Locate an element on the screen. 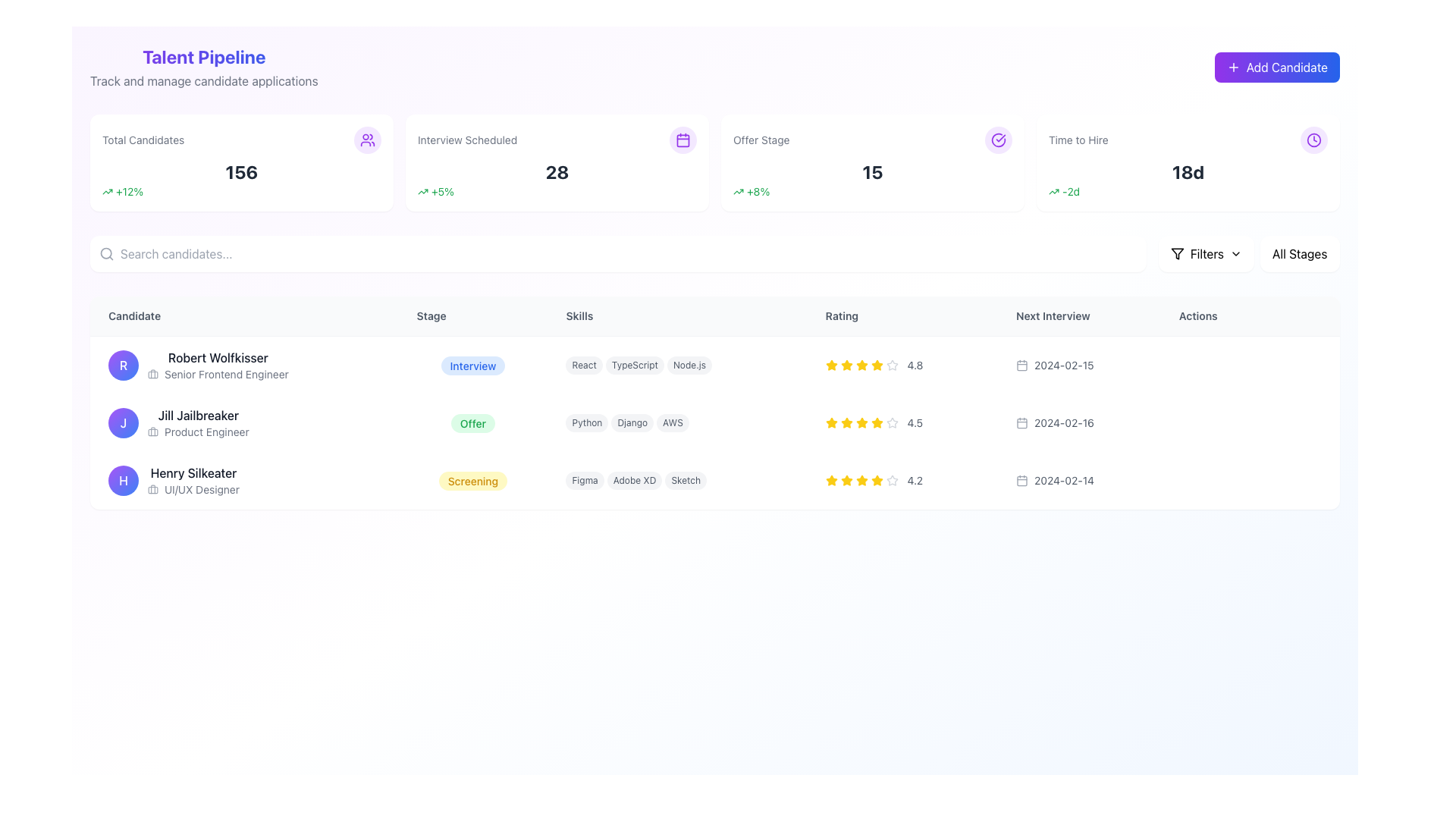 This screenshot has width=1456, height=819. the third star in the 'Rating' column for Henry Silkeater to interact with the rating system is located at coordinates (861, 480).